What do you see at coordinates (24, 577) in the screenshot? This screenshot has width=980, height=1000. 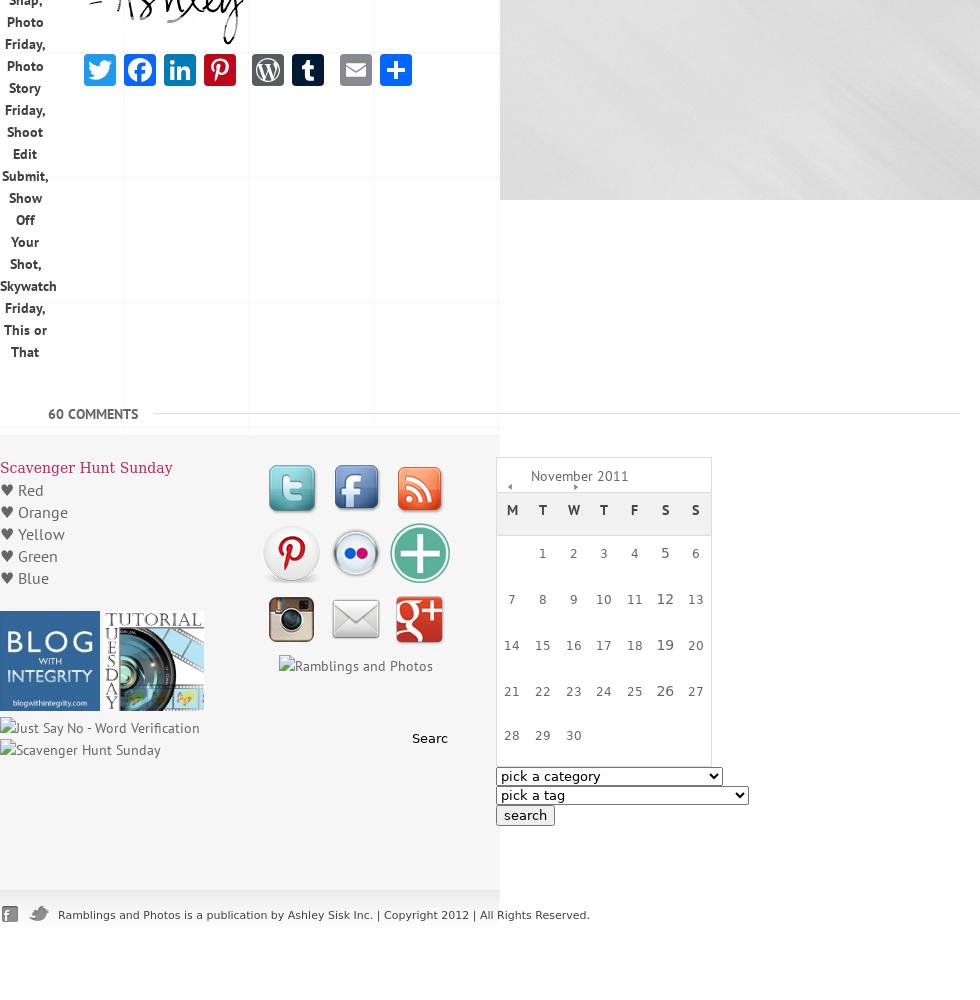 I see `'♥ Blue'` at bounding box center [24, 577].